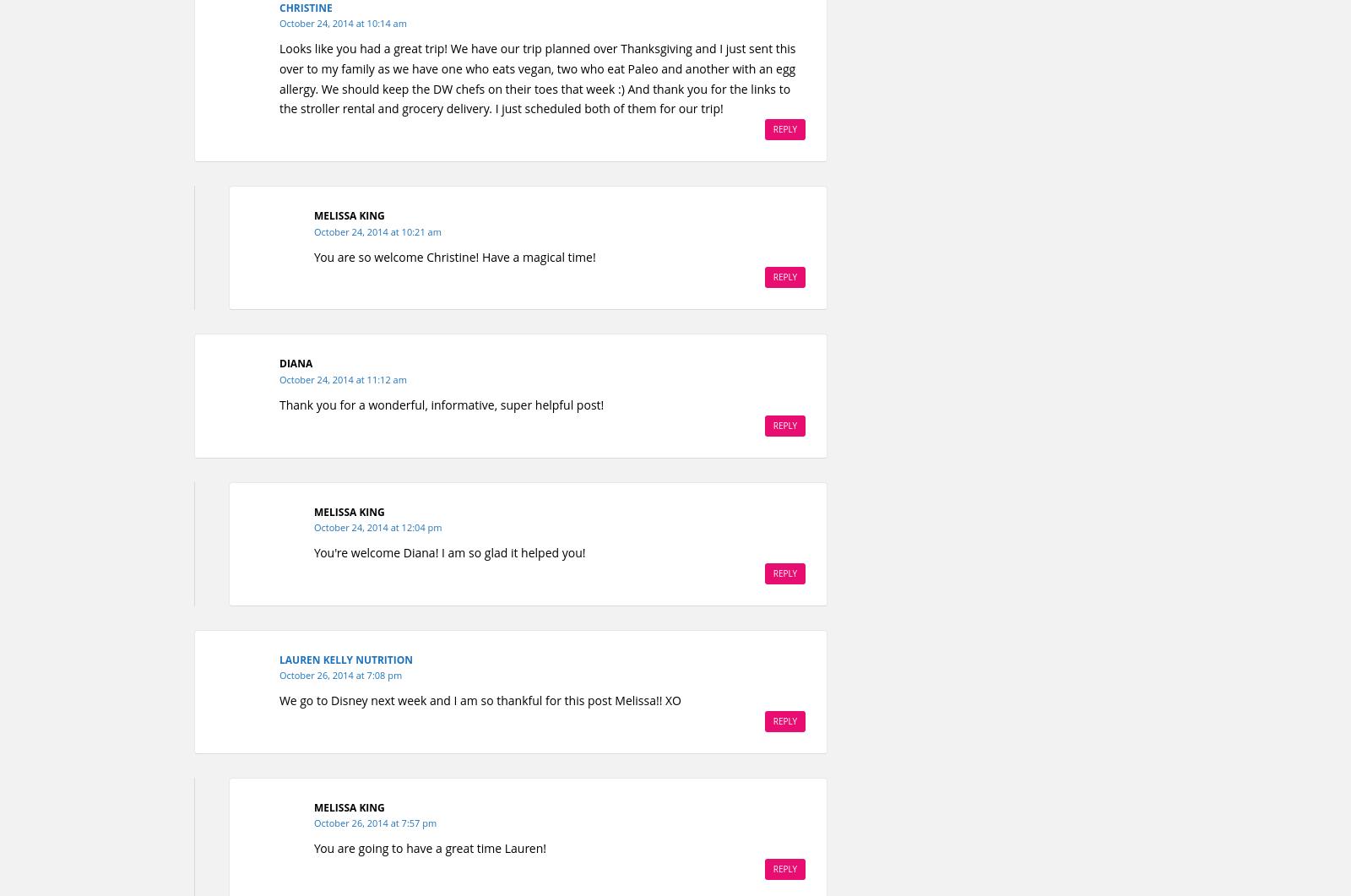 This screenshot has height=896, width=1351. I want to click on 'You're welcome Diana!  I am so glad it helped you!', so click(314, 551).